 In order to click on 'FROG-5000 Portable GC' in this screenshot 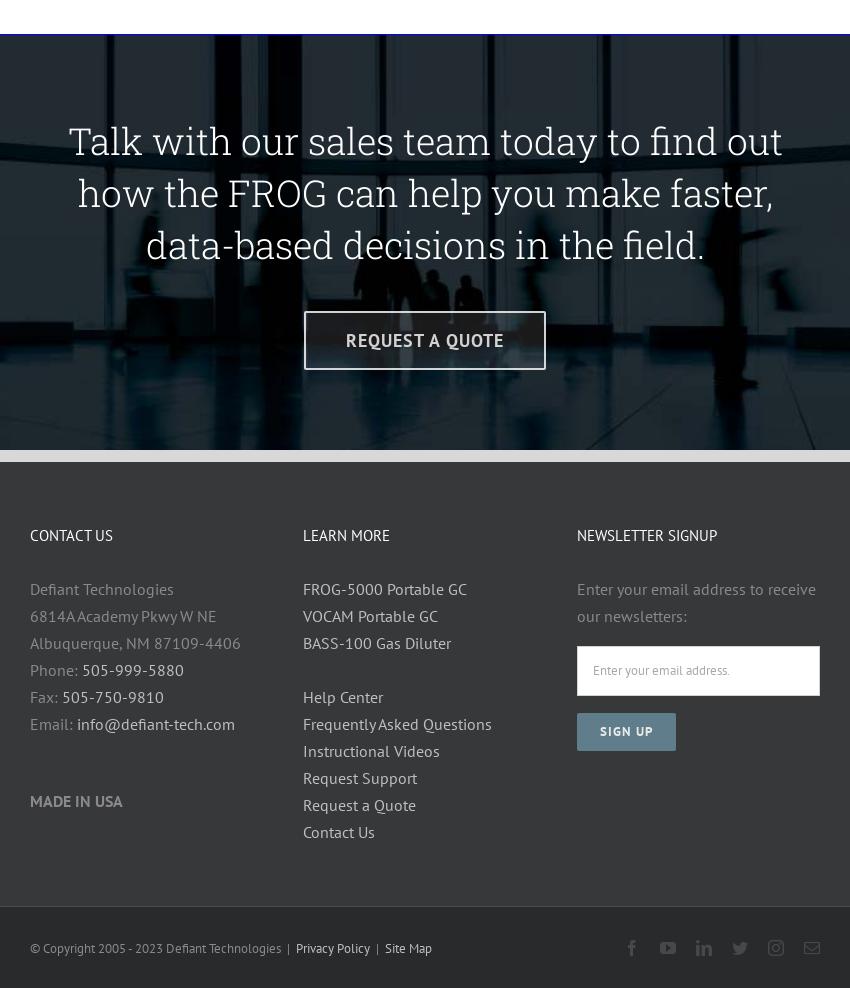, I will do `click(303, 587)`.